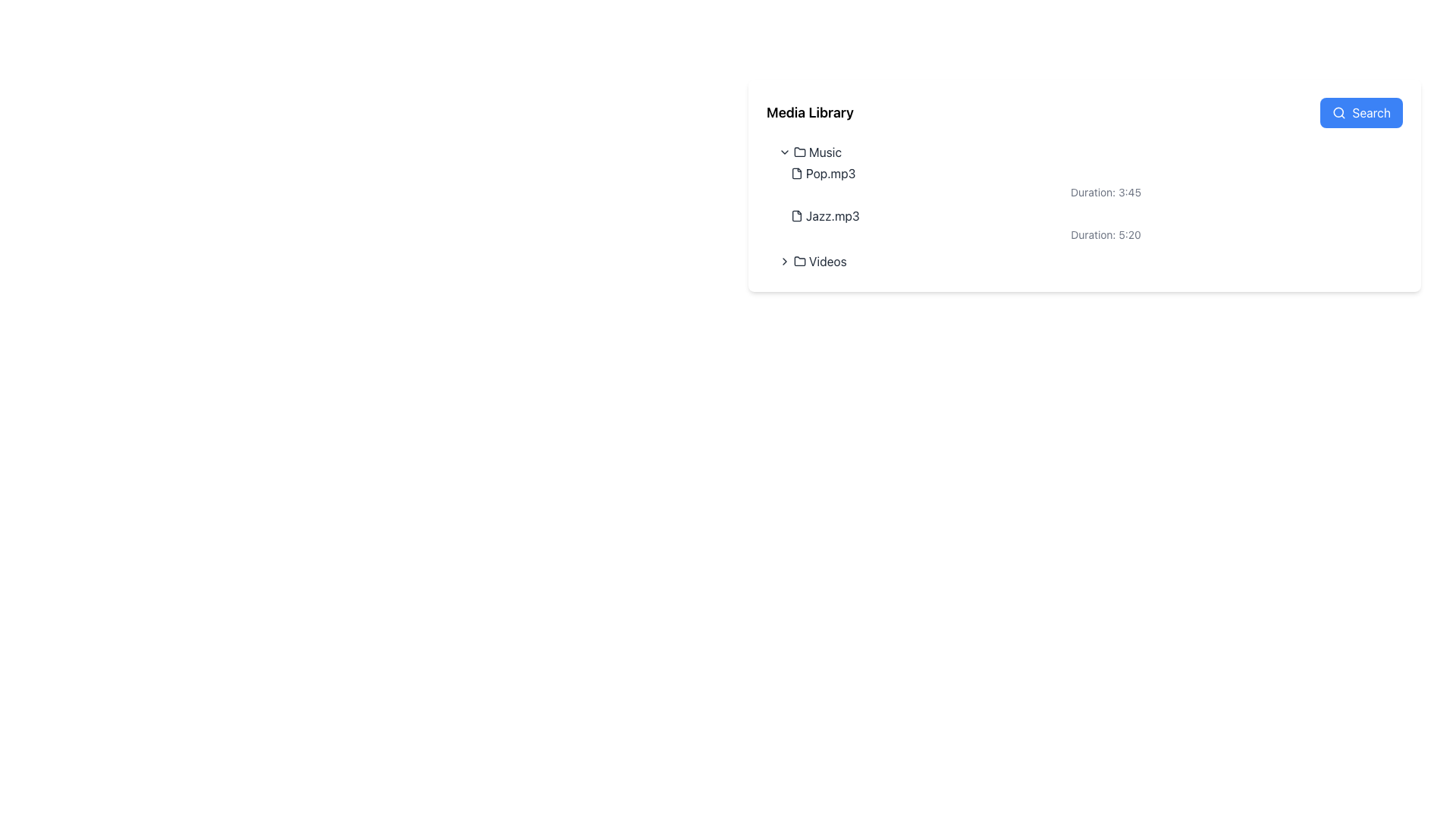 This screenshot has width=1456, height=819. I want to click on the folder icon representing the 'Videos' category in the media library, located in the third entry of the list, so click(799, 260).